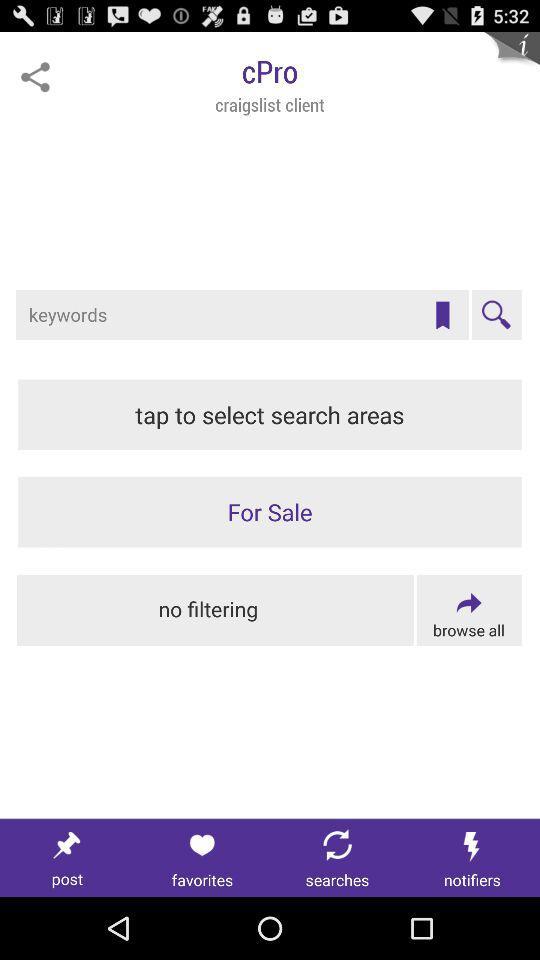 The height and width of the screenshot is (960, 540). Describe the element at coordinates (202, 857) in the screenshot. I see `favorites` at that location.